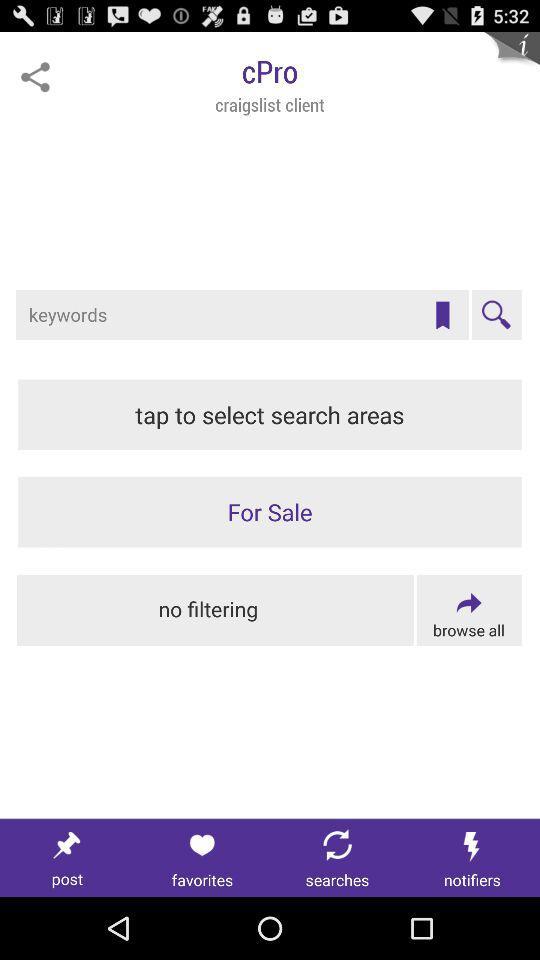 The height and width of the screenshot is (960, 540). Describe the element at coordinates (202, 857) in the screenshot. I see `favorites` at that location.